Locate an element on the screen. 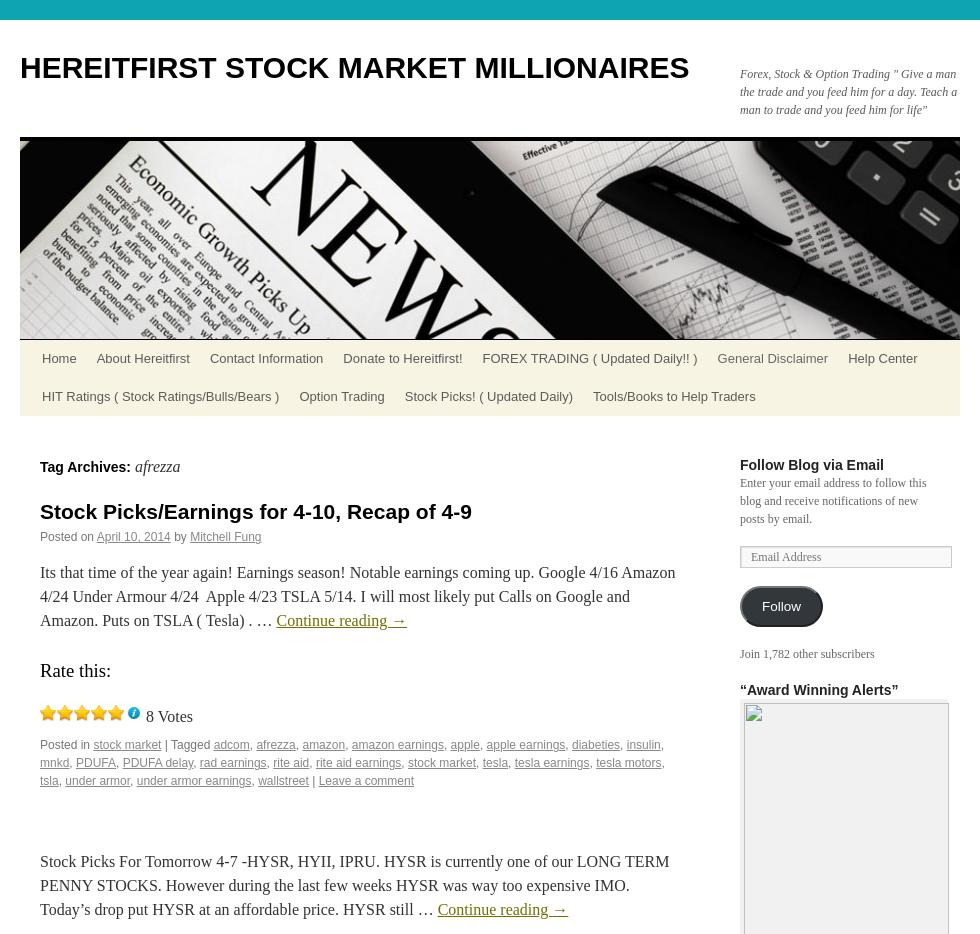 The image size is (980, 934). 'rad earnings' is located at coordinates (199, 761).